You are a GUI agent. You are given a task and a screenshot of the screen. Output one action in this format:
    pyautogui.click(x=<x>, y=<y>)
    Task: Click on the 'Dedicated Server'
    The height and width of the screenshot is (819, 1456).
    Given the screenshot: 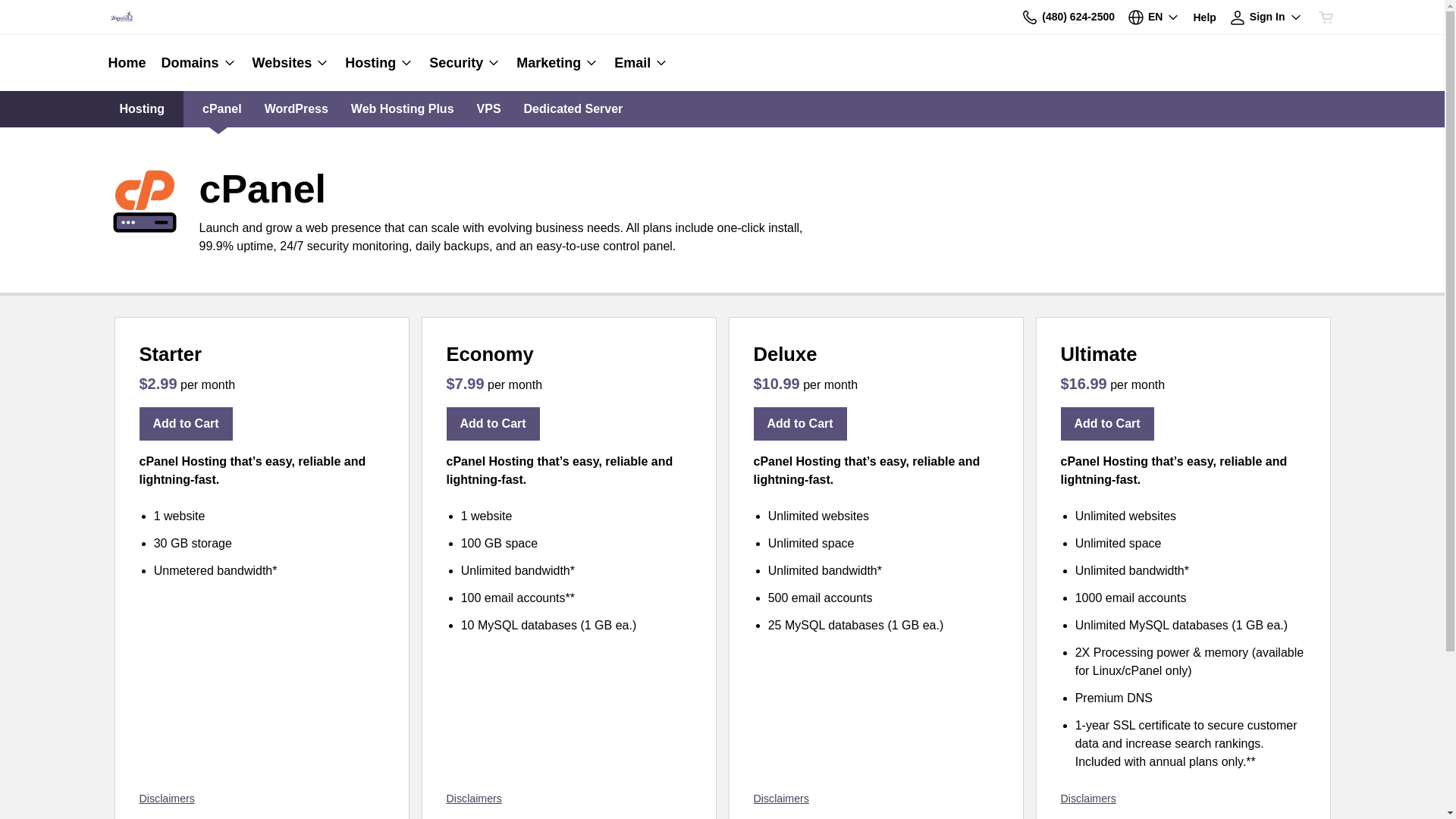 What is the action you would take?
    pyautogui.click(x=573, y=108)
    